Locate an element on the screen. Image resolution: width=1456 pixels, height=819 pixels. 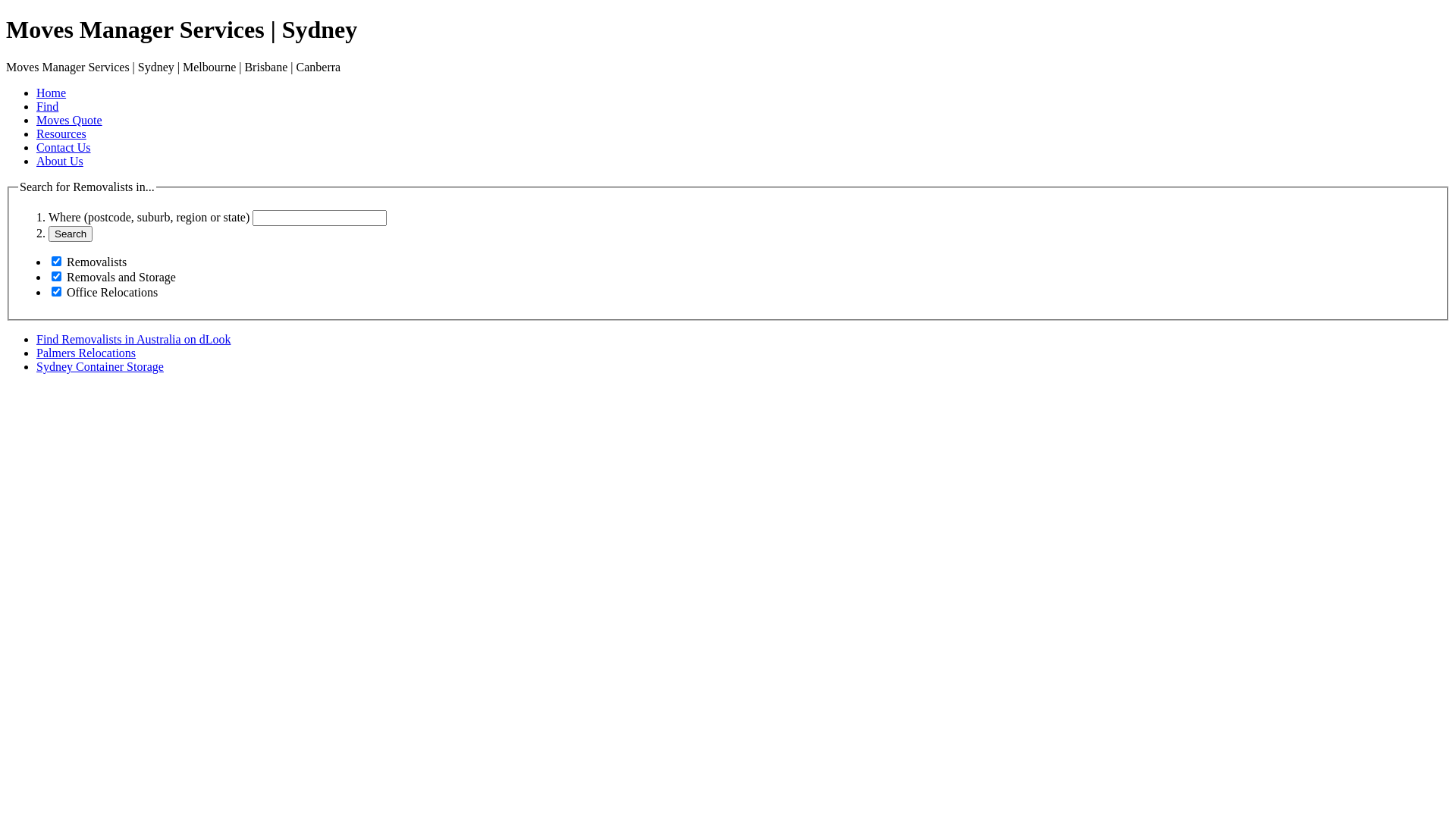
'Resources' is located at coordinates (61, 133).